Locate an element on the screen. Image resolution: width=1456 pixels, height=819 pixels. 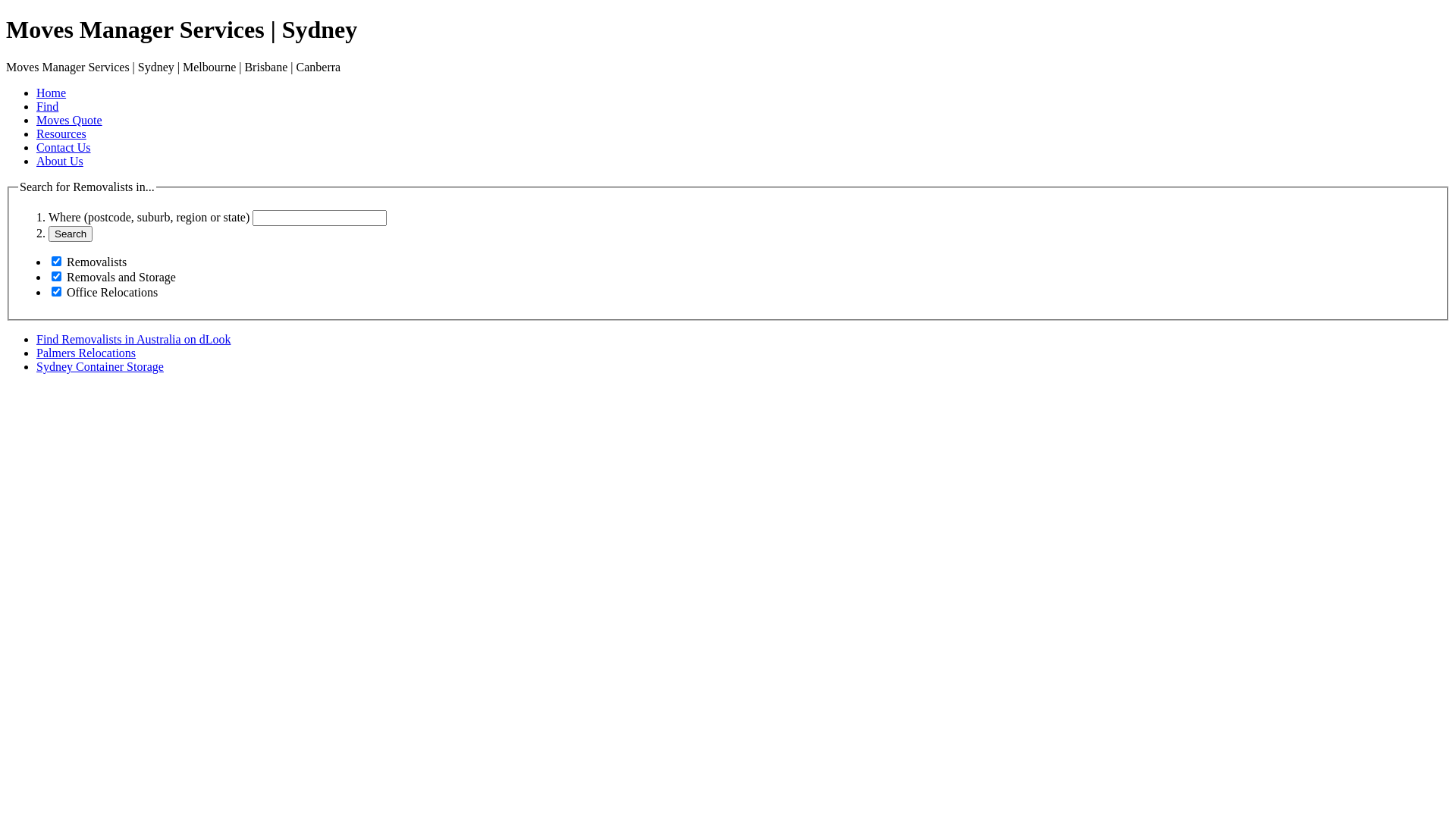
'Resources' is located at coordinates (61, 133).